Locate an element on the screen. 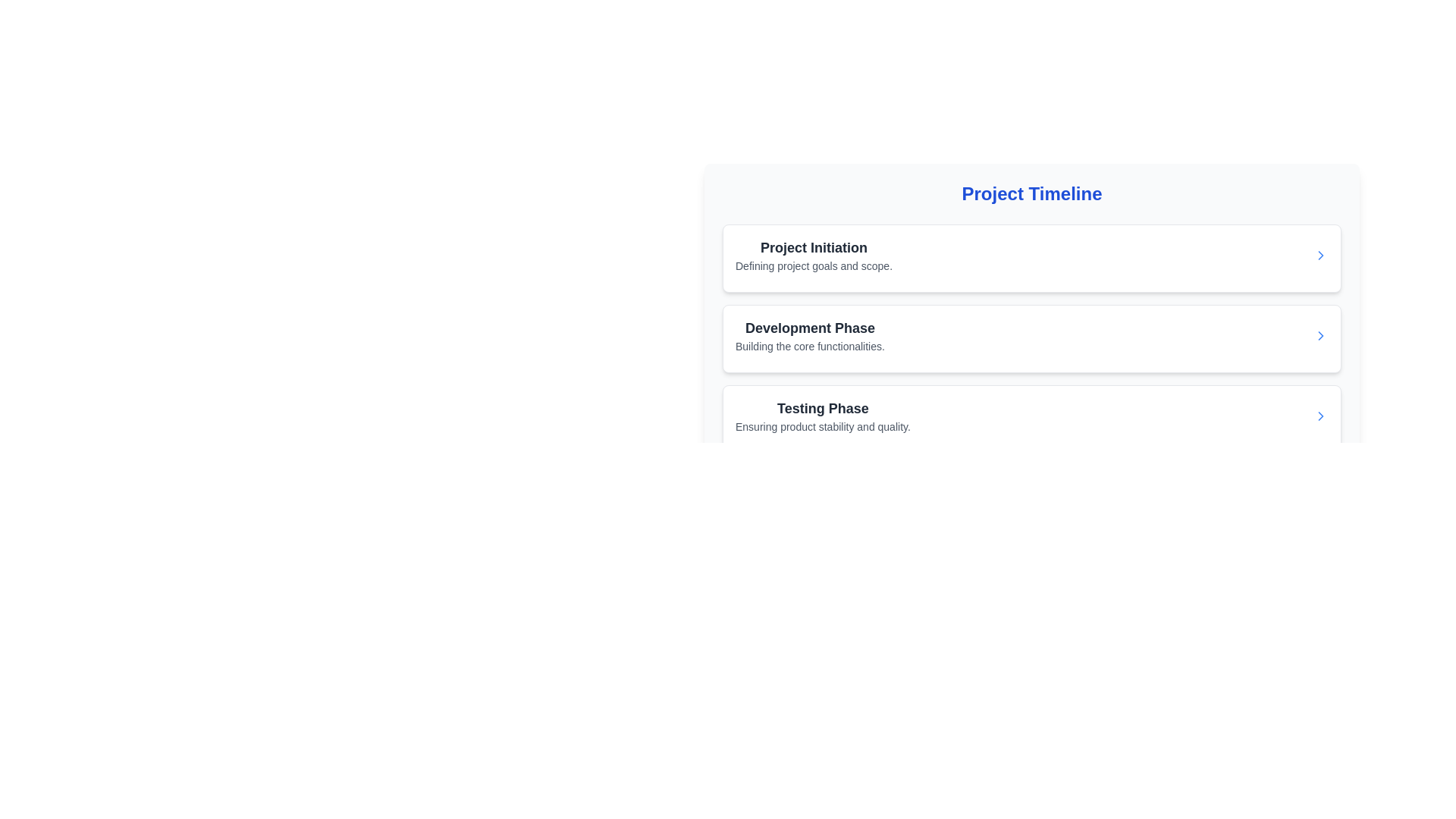  the descriptive text element that provides details about the 'Project Initiation' phase, located under the 'Project Timeline' section as the second text component following the title is located at coordinates (813, 265).